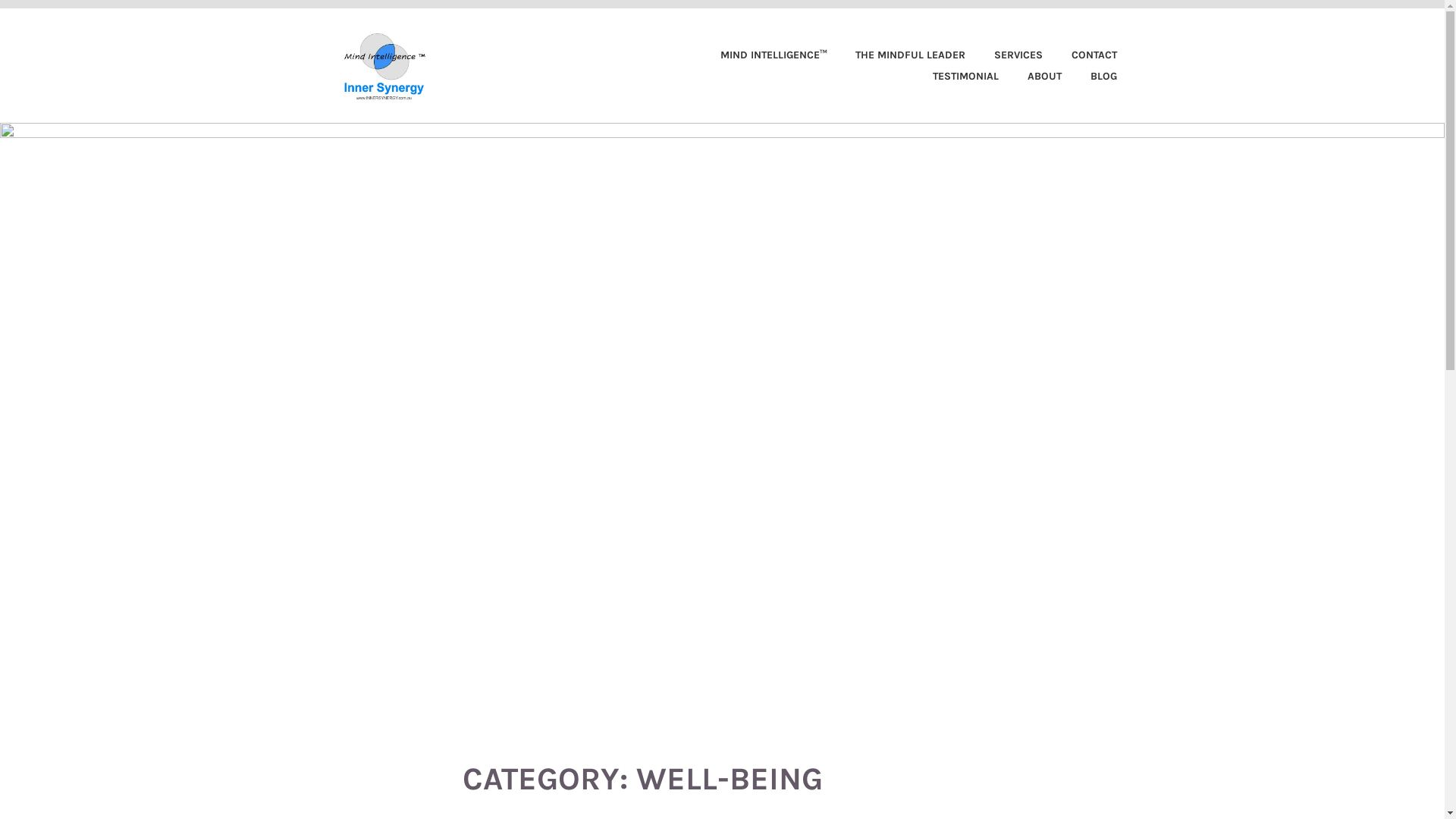  Describe the element at coordinates (907, 76) in the screenshot. I see `'TESTIMONIAL'` at that location.